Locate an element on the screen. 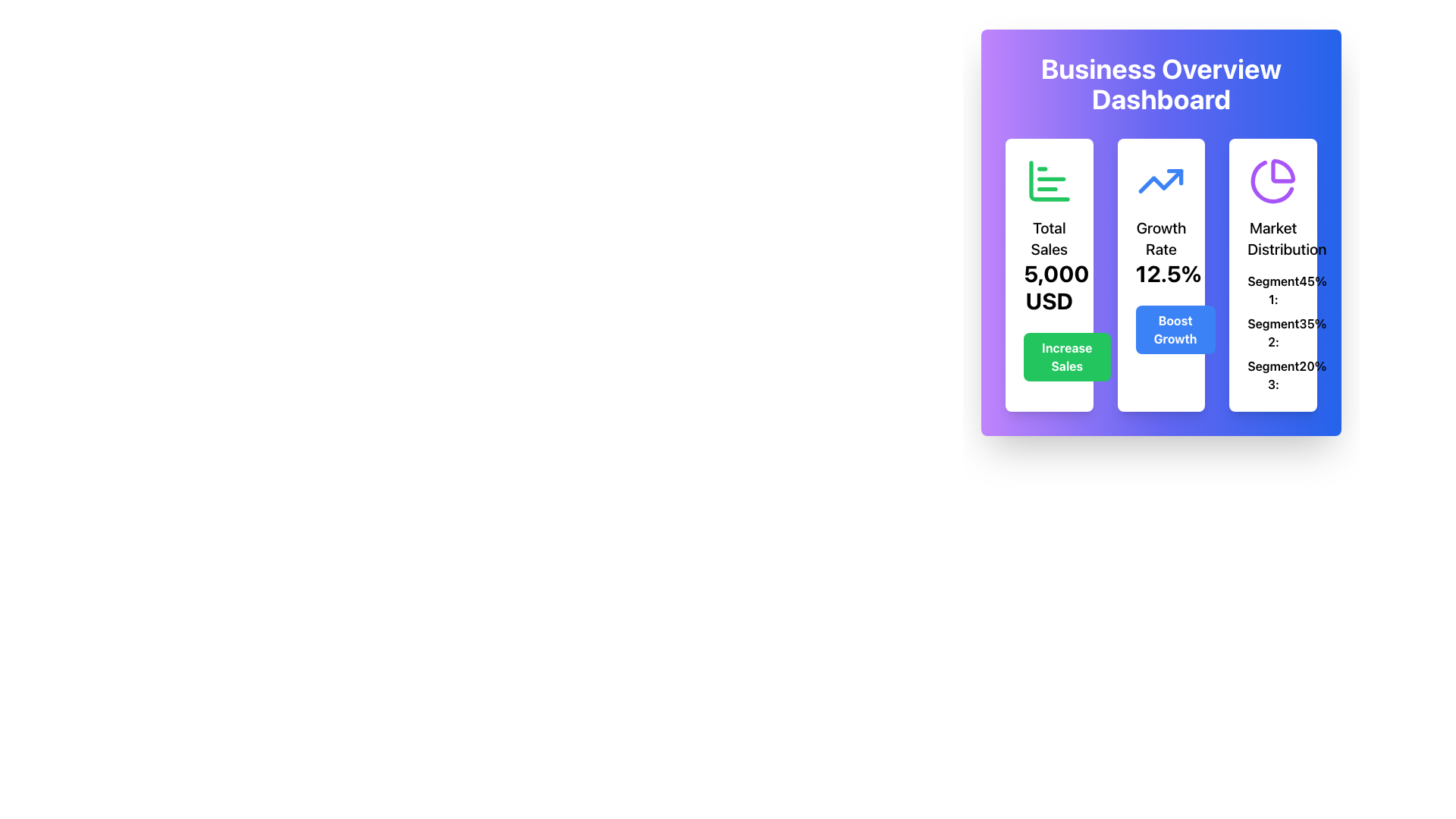 This screenshot has height=819, width=1456. the text label element displaying '35%' which is positioned to the right of 'Segment 2:' in the 'Market Distribution' section of the dashboard is located at coordinates (1312, 332).